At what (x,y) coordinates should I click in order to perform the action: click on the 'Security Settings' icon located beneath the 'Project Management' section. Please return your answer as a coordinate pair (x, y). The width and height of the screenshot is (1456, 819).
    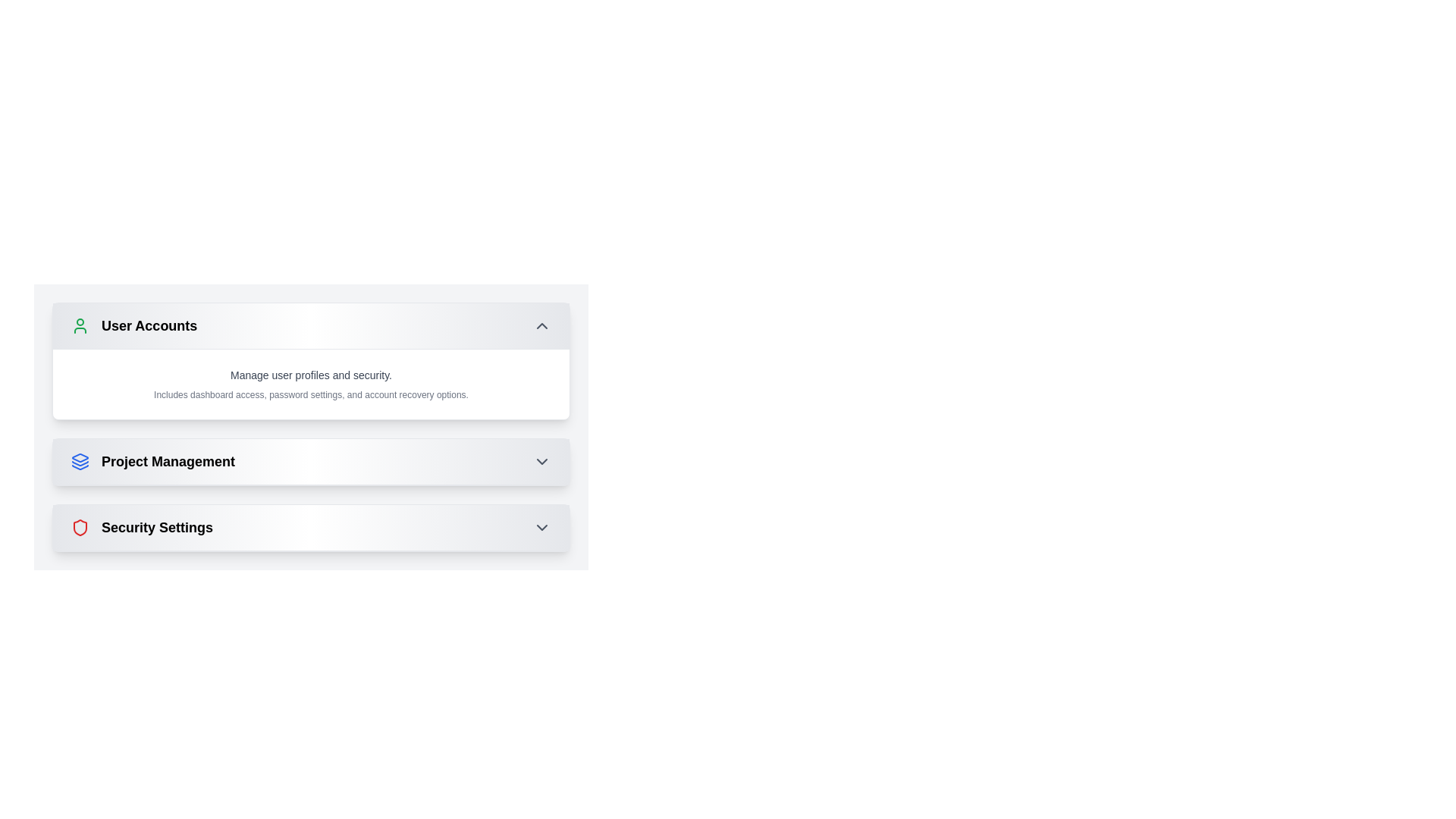
    Looking at the image, I should click on (79, 526).